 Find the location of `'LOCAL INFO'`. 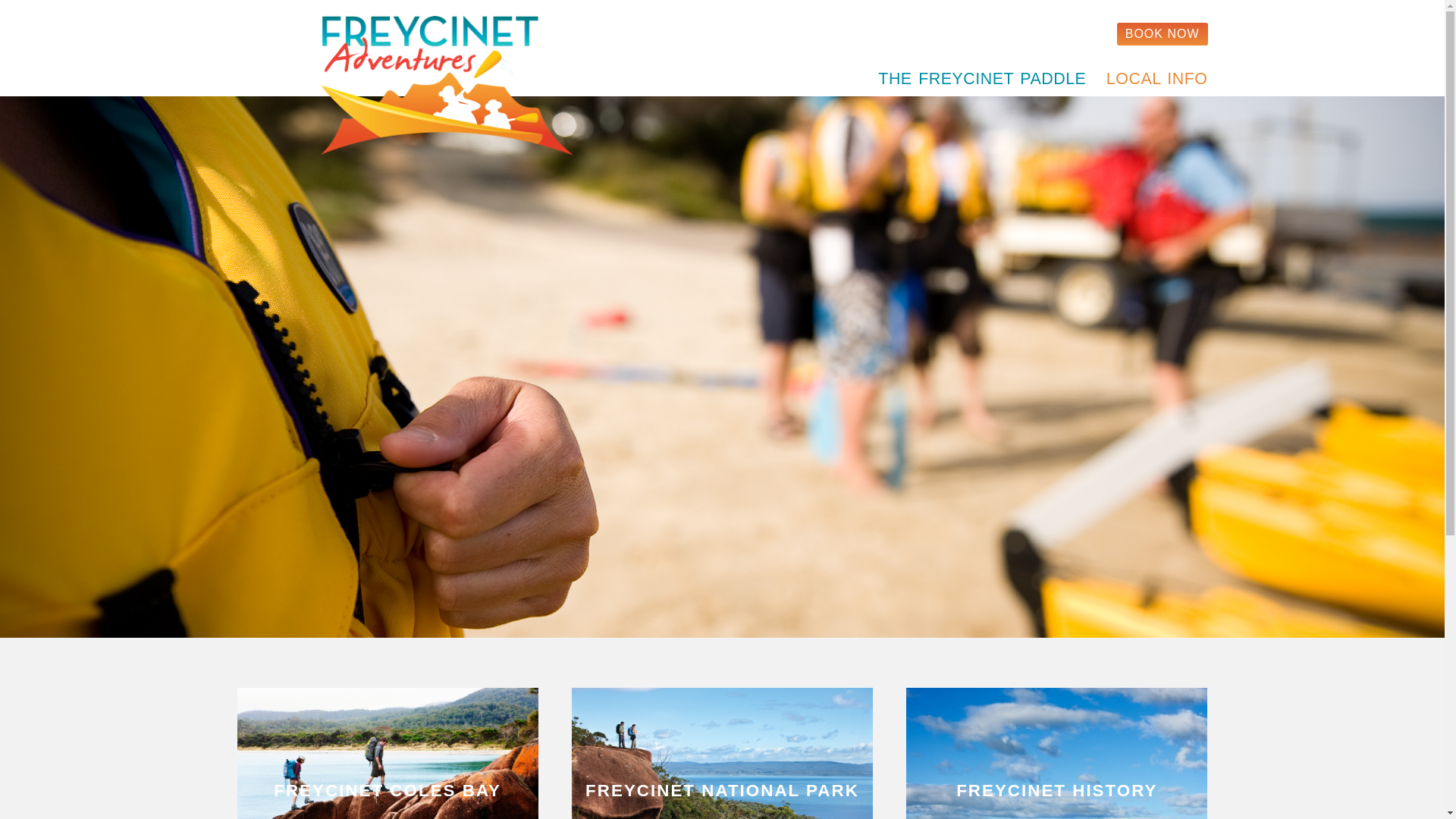

'LOCAL INFO' is located at coordinates (1153, 79).